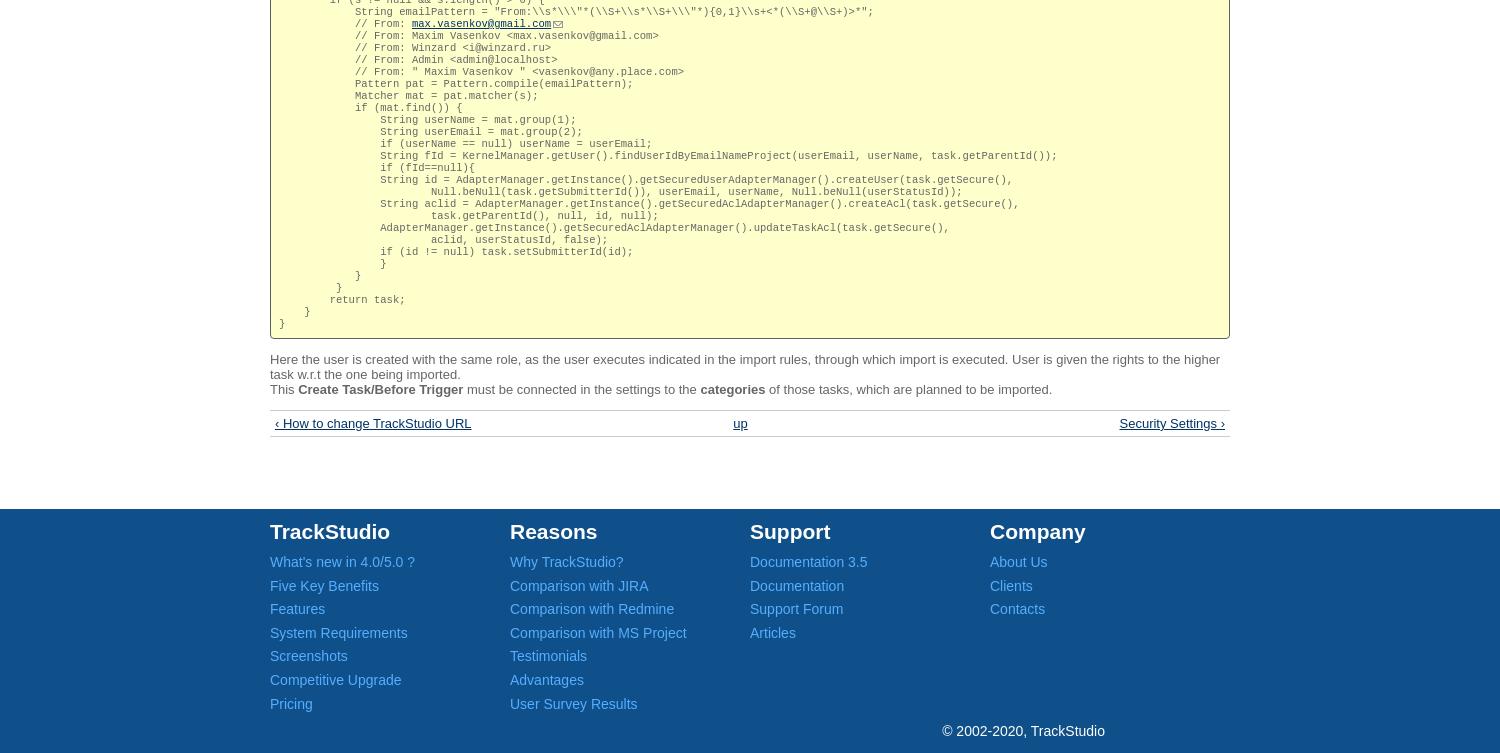 Image resolution: width=1500 pixels, height=753 pixels. What do you see at coordinates (510, 677) in the screenshot?
I see `'Advantages'` at bounding box center [510, 677].